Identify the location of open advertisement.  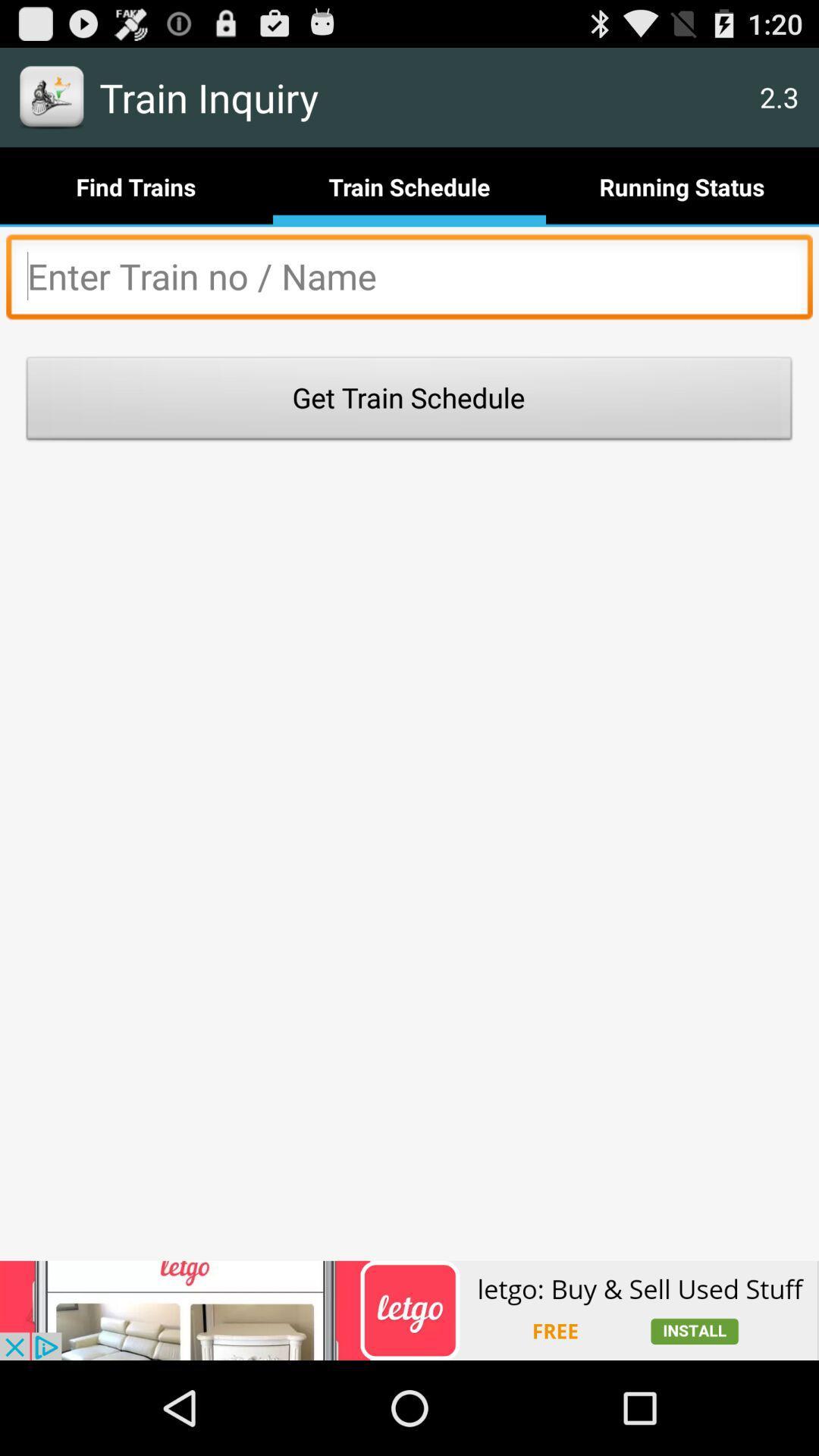
(409, 1310).